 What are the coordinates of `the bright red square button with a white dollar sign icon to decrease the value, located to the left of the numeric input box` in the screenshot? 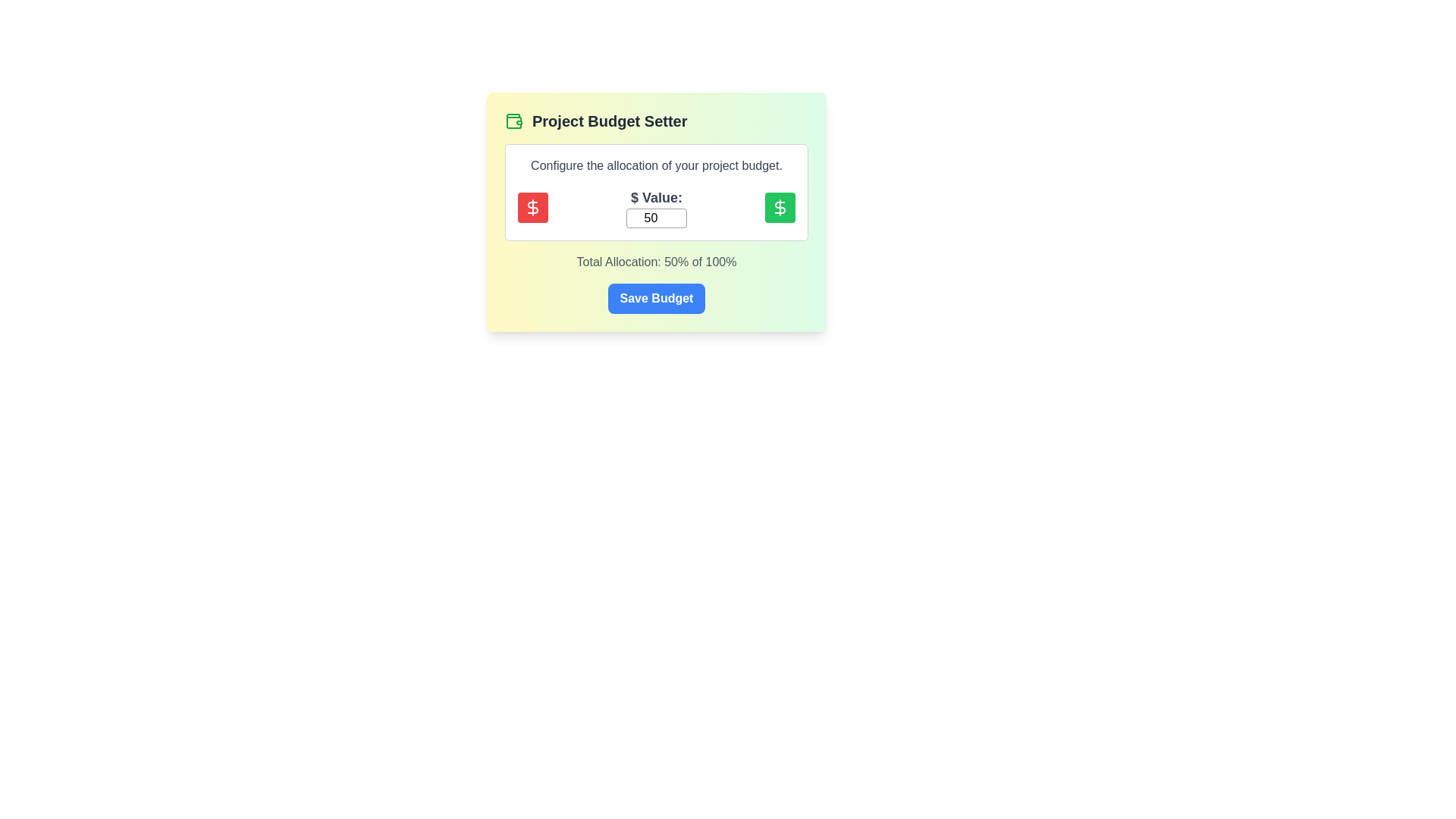 It's located at (532, 207).